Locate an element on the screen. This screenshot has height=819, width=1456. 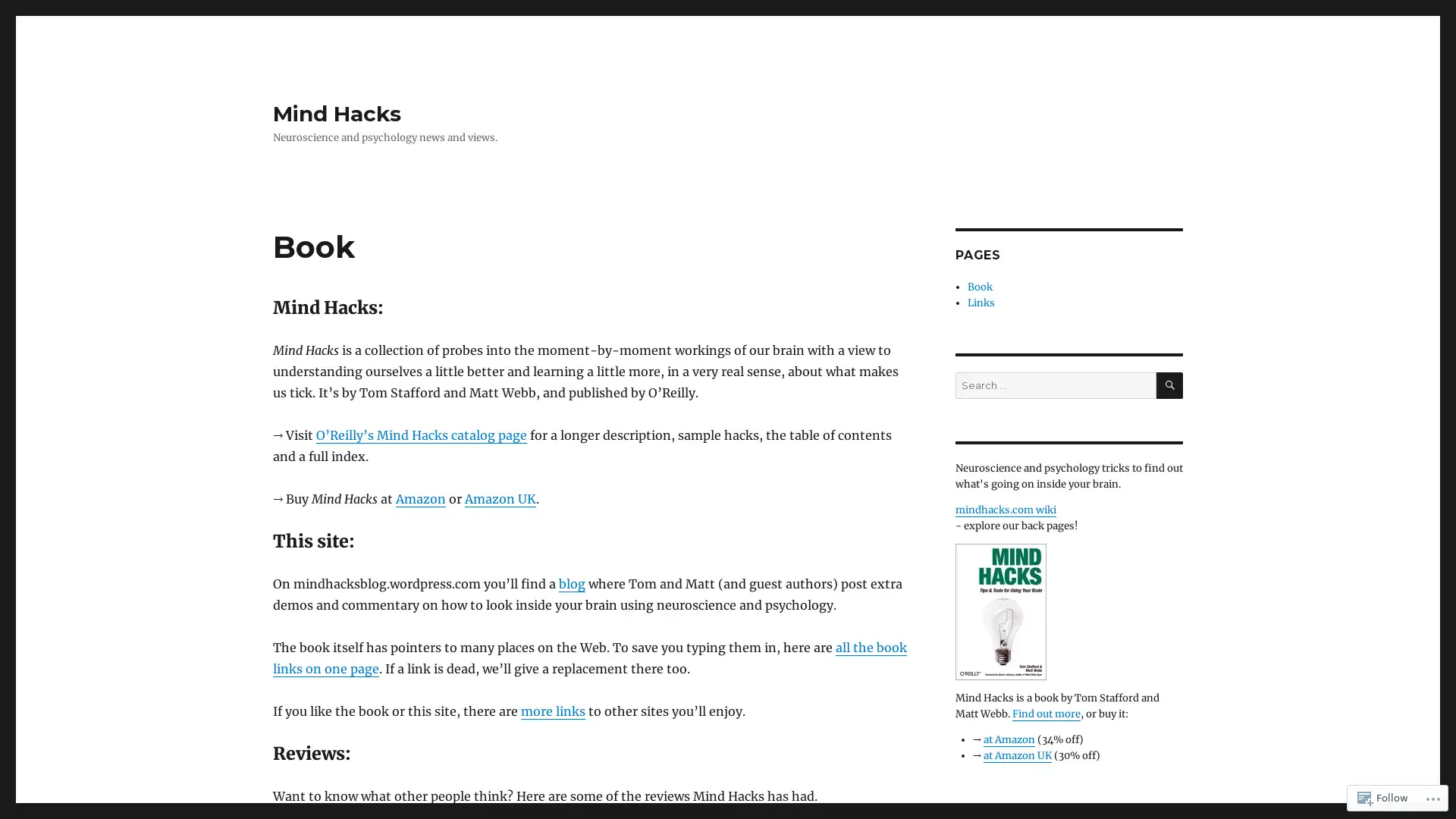
SEARCH is located at coordinates (1169, 384).